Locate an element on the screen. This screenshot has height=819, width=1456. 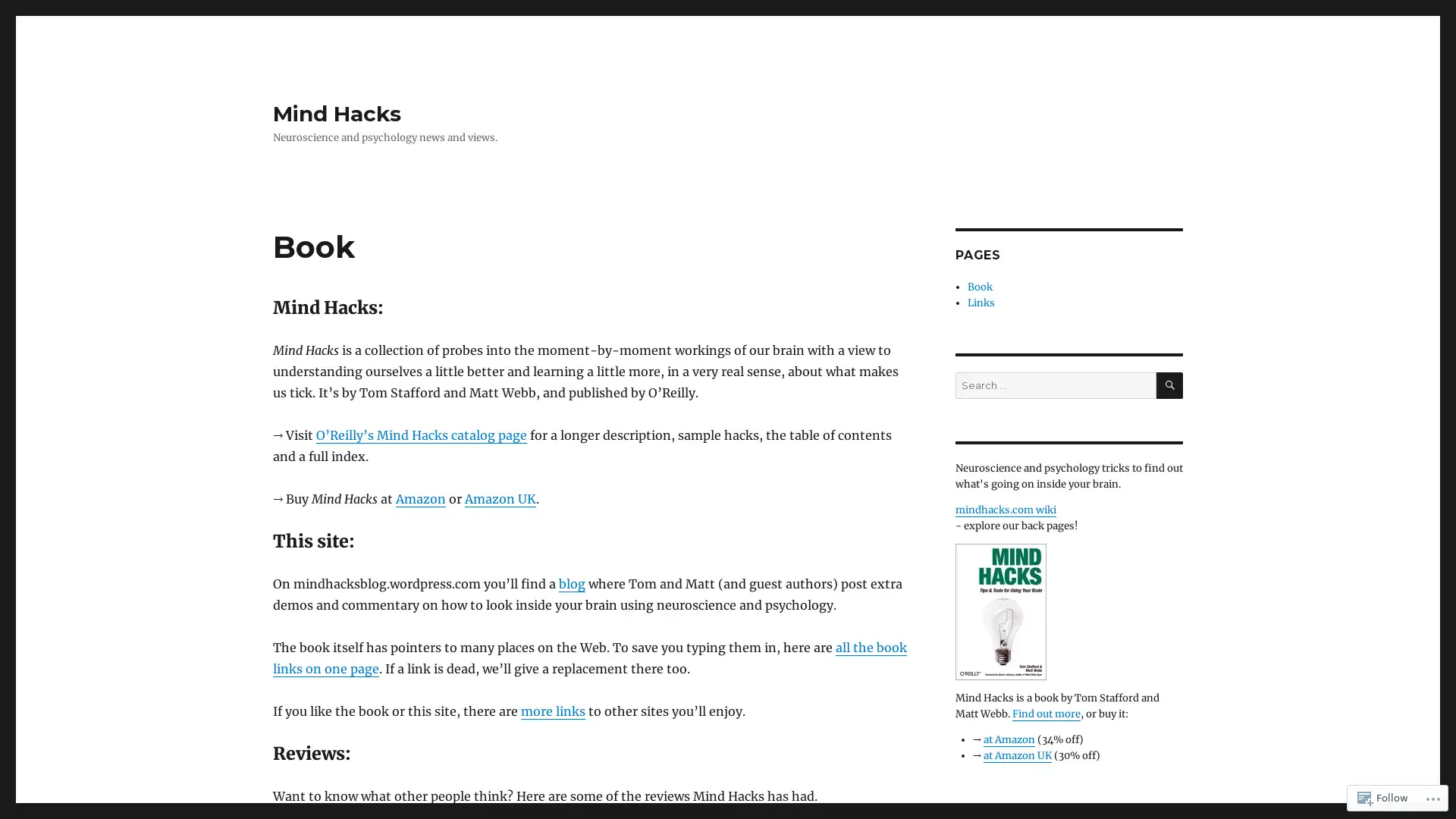
SEARCH is located at coordinates (1169, 384).